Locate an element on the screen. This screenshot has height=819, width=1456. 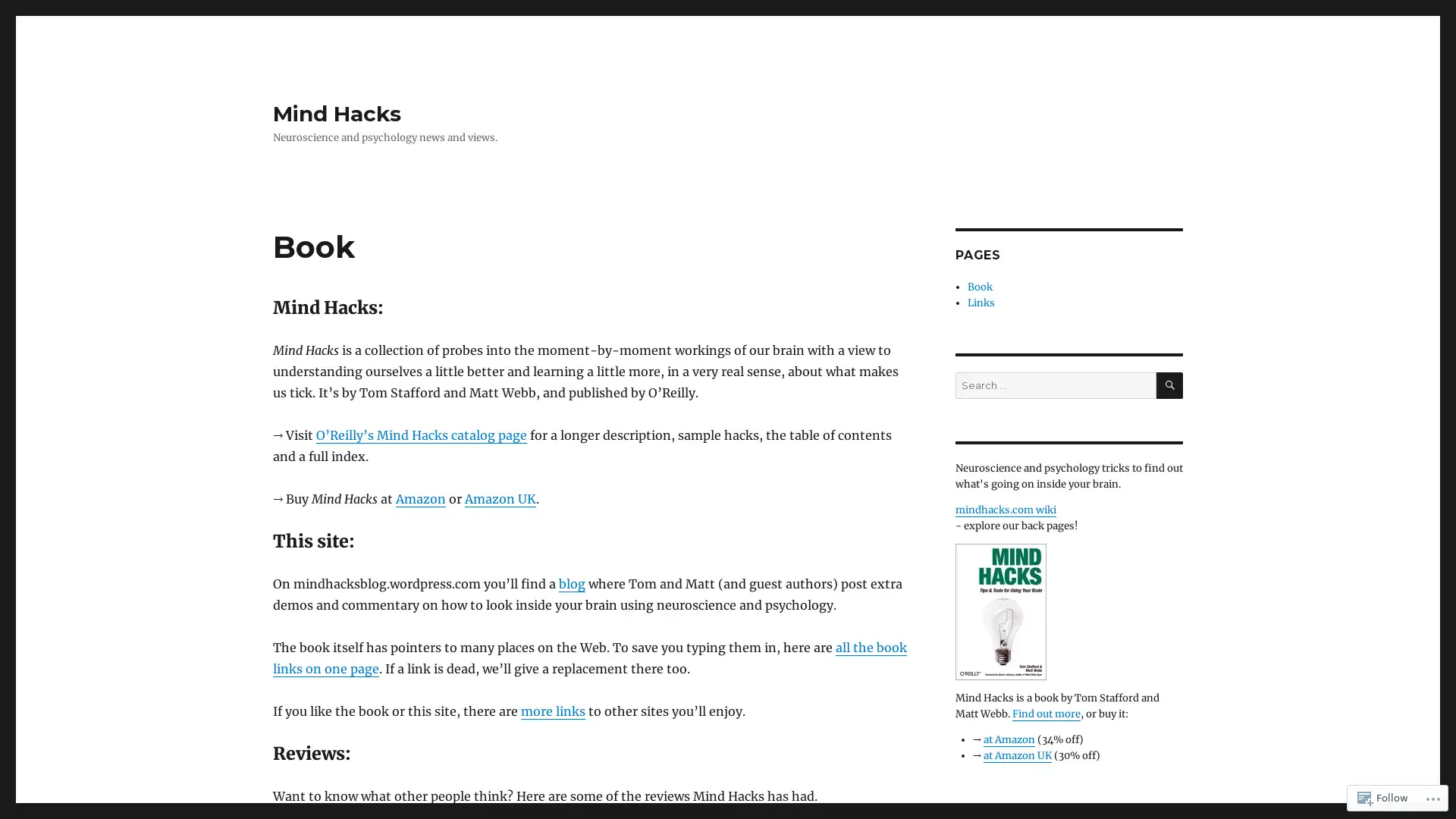
SEARCH is located at coordinates (1169, 384).